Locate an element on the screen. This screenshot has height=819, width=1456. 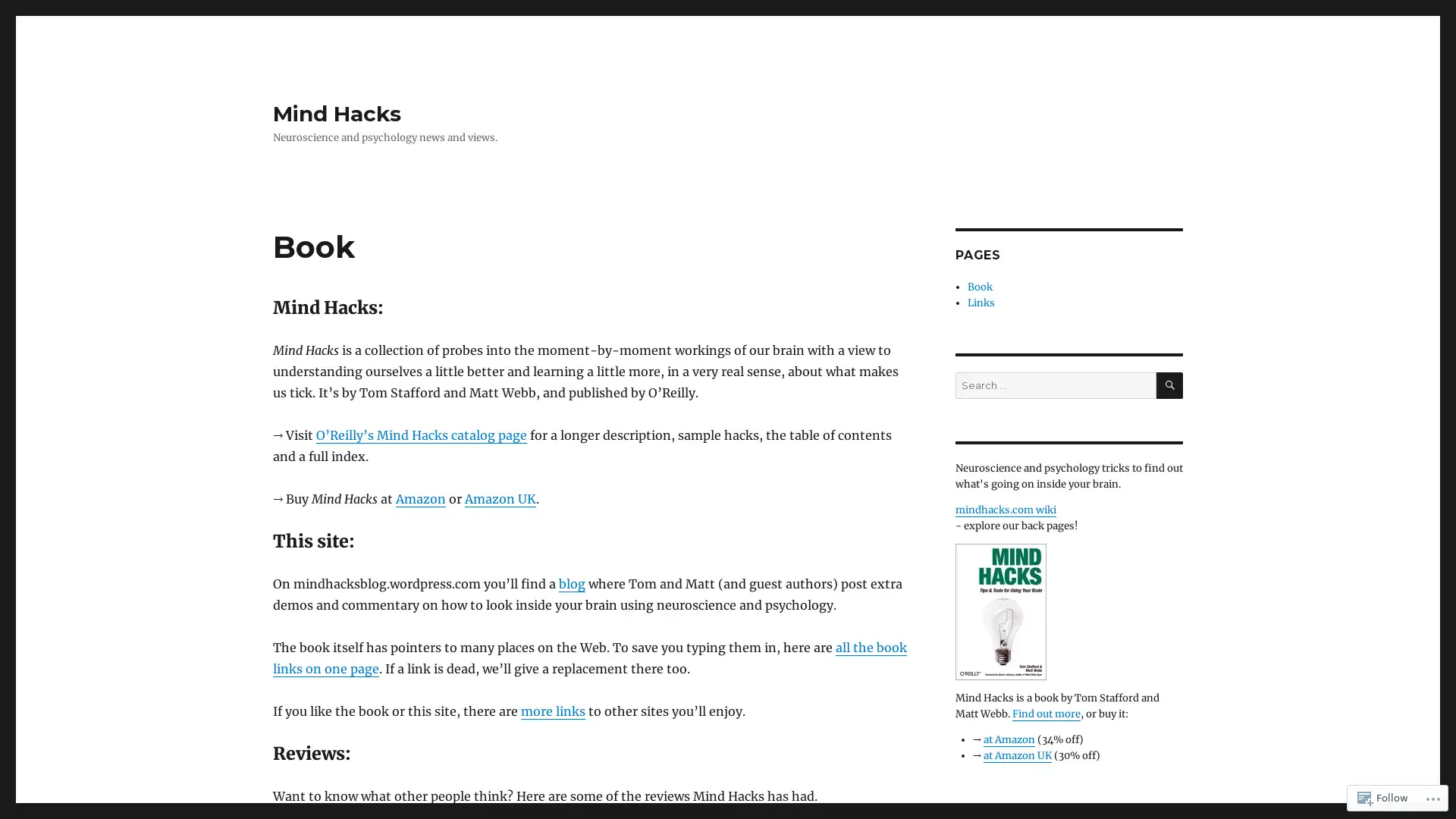
SEARCH is located at coordinates (1169, 384).